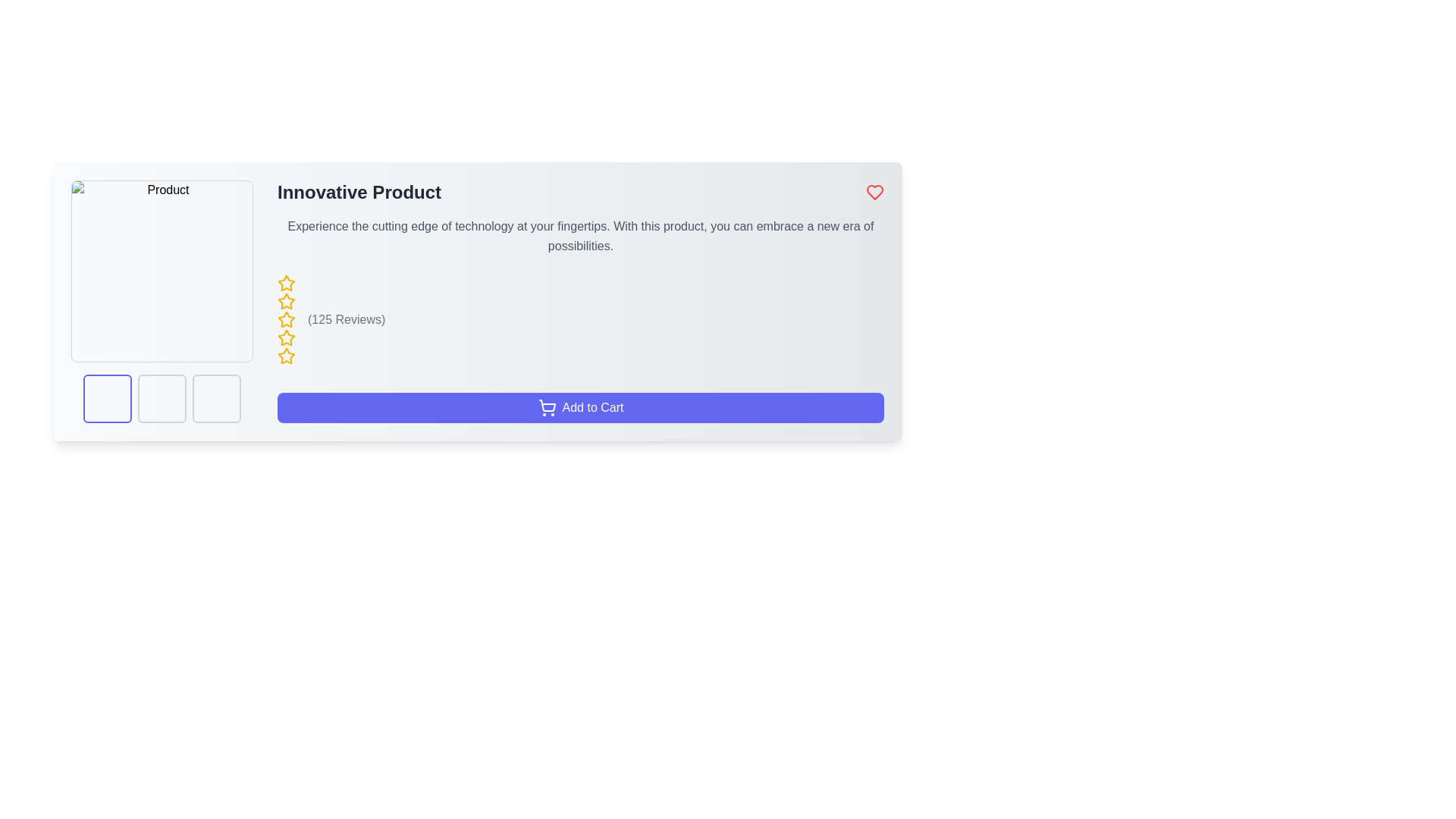 The width and height of the screenshot is (1456, 819). Describe the element at coordinates (216, 397) in the screenshot. I see `the rightmost square box in the group of three options below the product image and title` at that location.